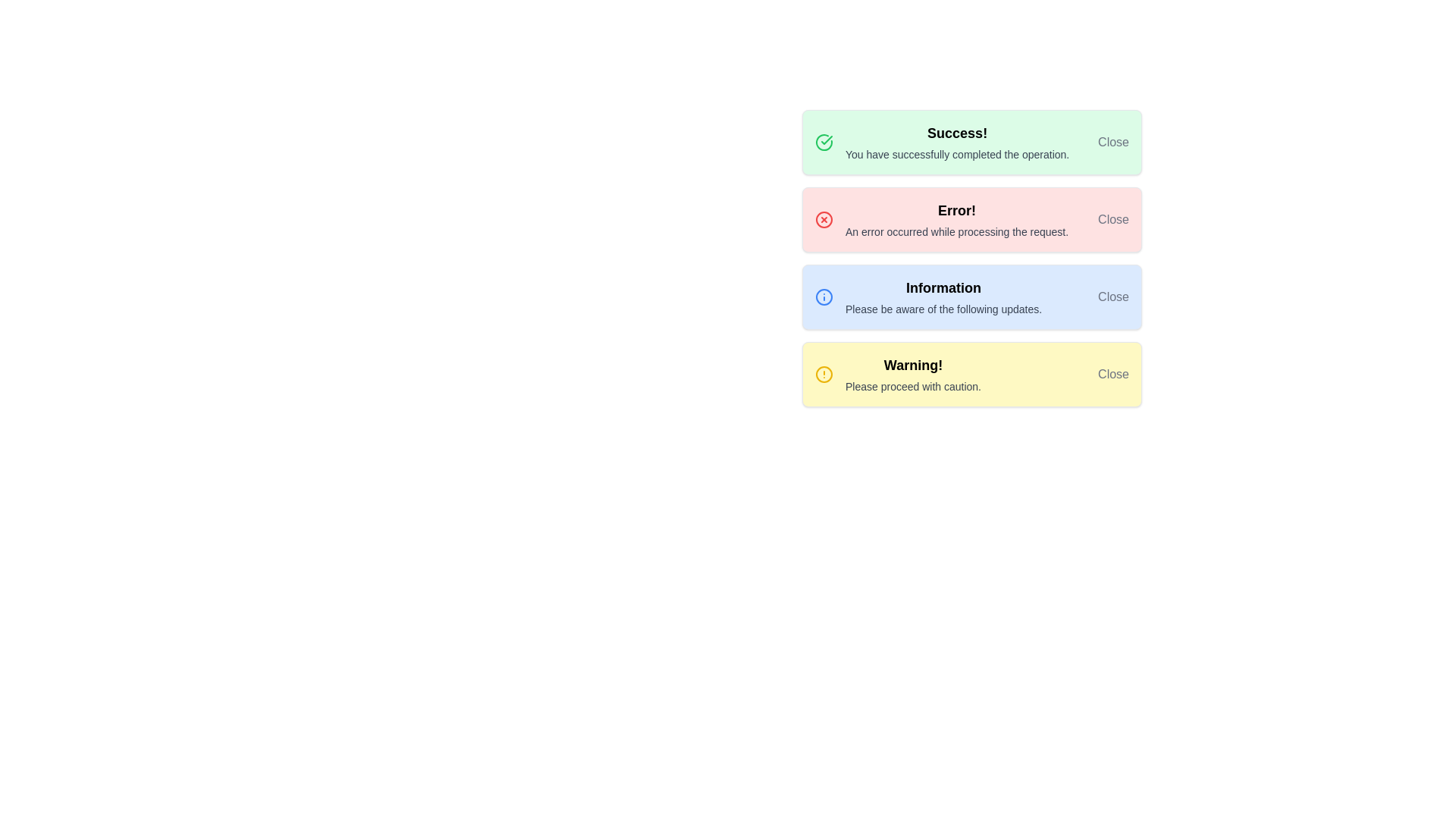 The height and width of the screenshot is (819, 1456). Describe the element at coordinates (1113, 374) in the screenshot. I see `the dismiss button on the far-right side of the 'Warning' notification` at that location.